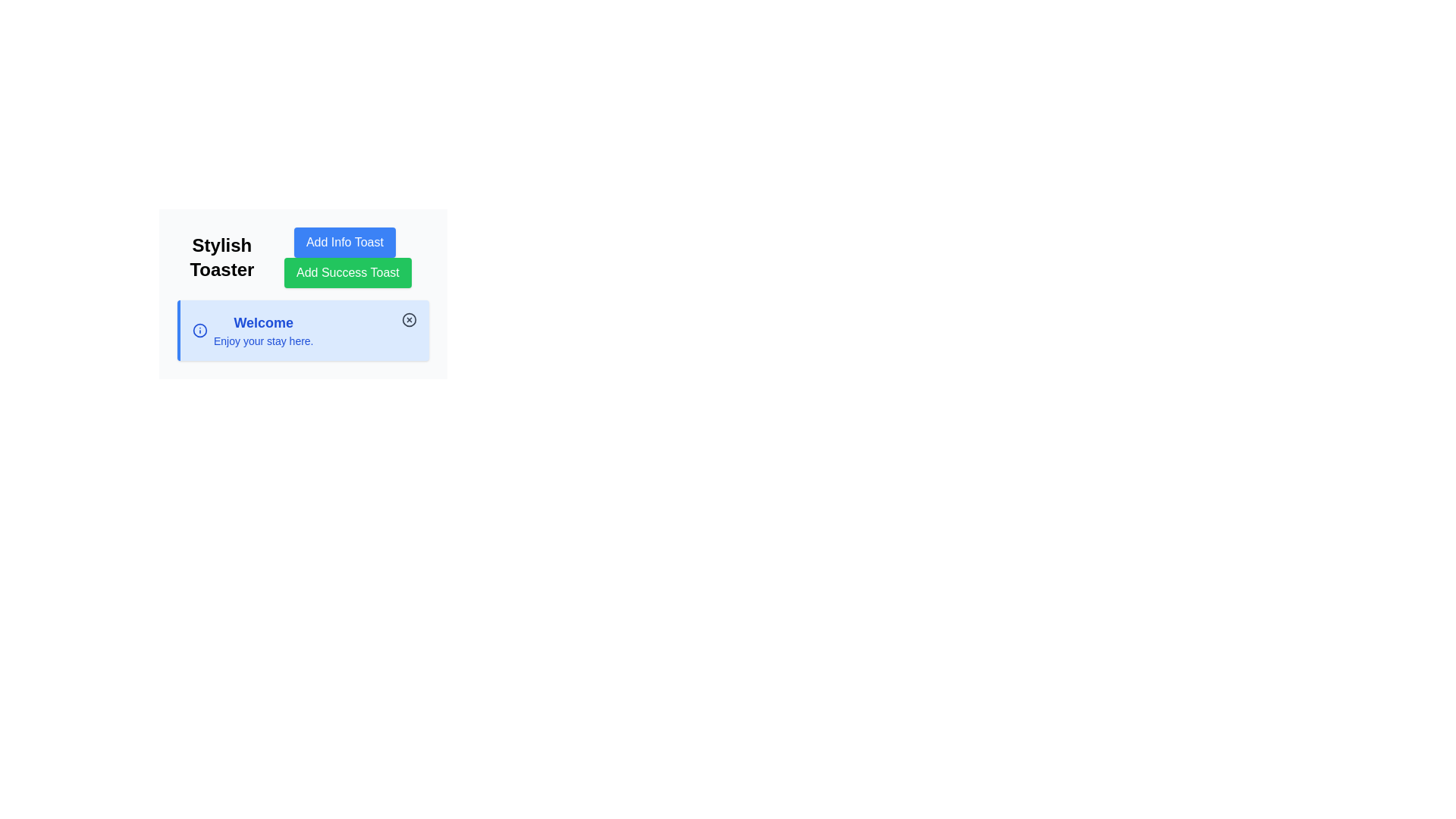 This screenshot has width=1456, height=819. What do you see at coordinates (253, 329) in the screenshot?
I see `the text block displaying 'Welcome'` at bounding box center [253, 329].